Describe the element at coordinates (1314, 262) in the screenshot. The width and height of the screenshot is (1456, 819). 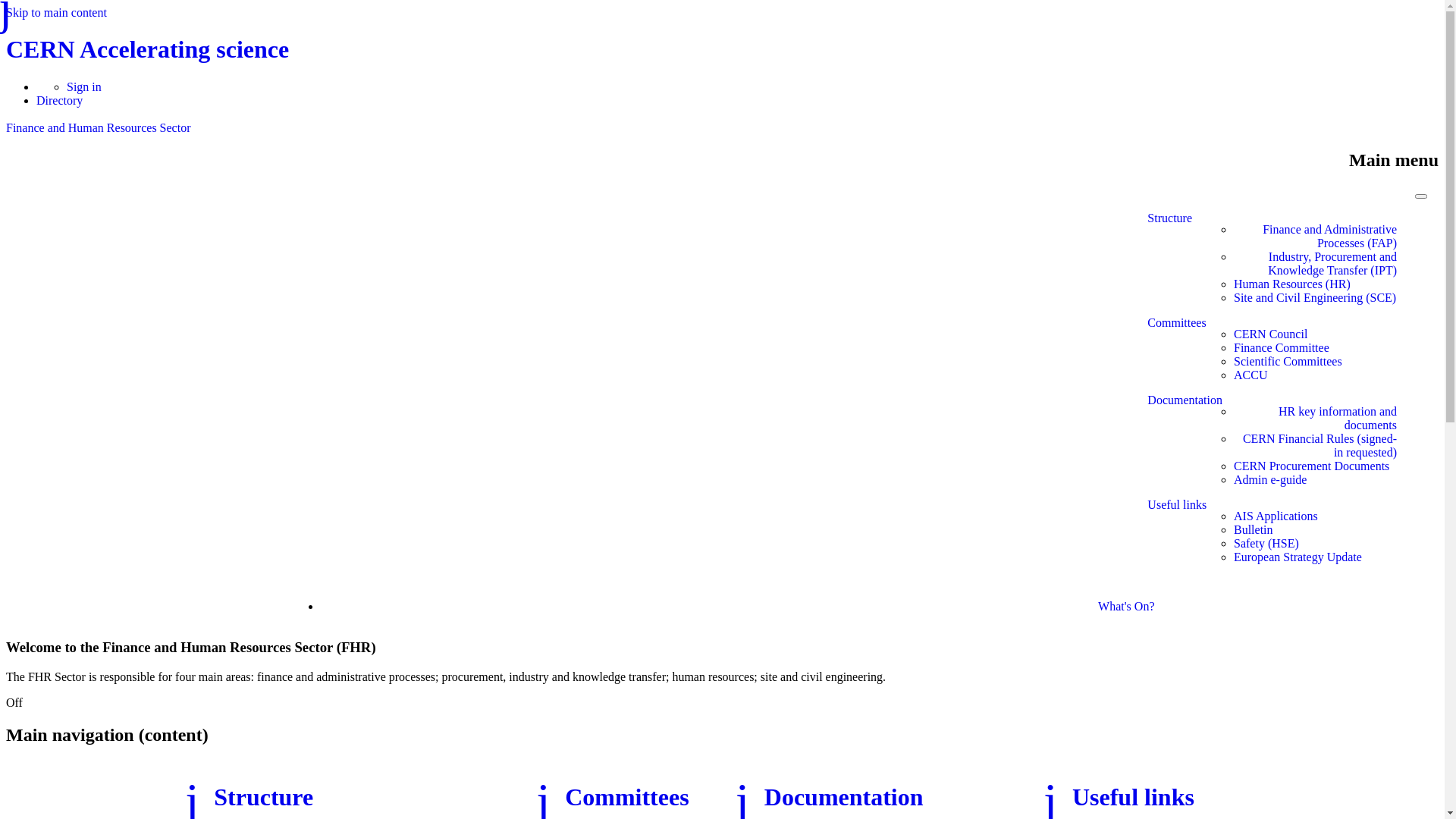
I see `'Industry, Procurement and Knowledge Transfer (IPT)'` at that location.